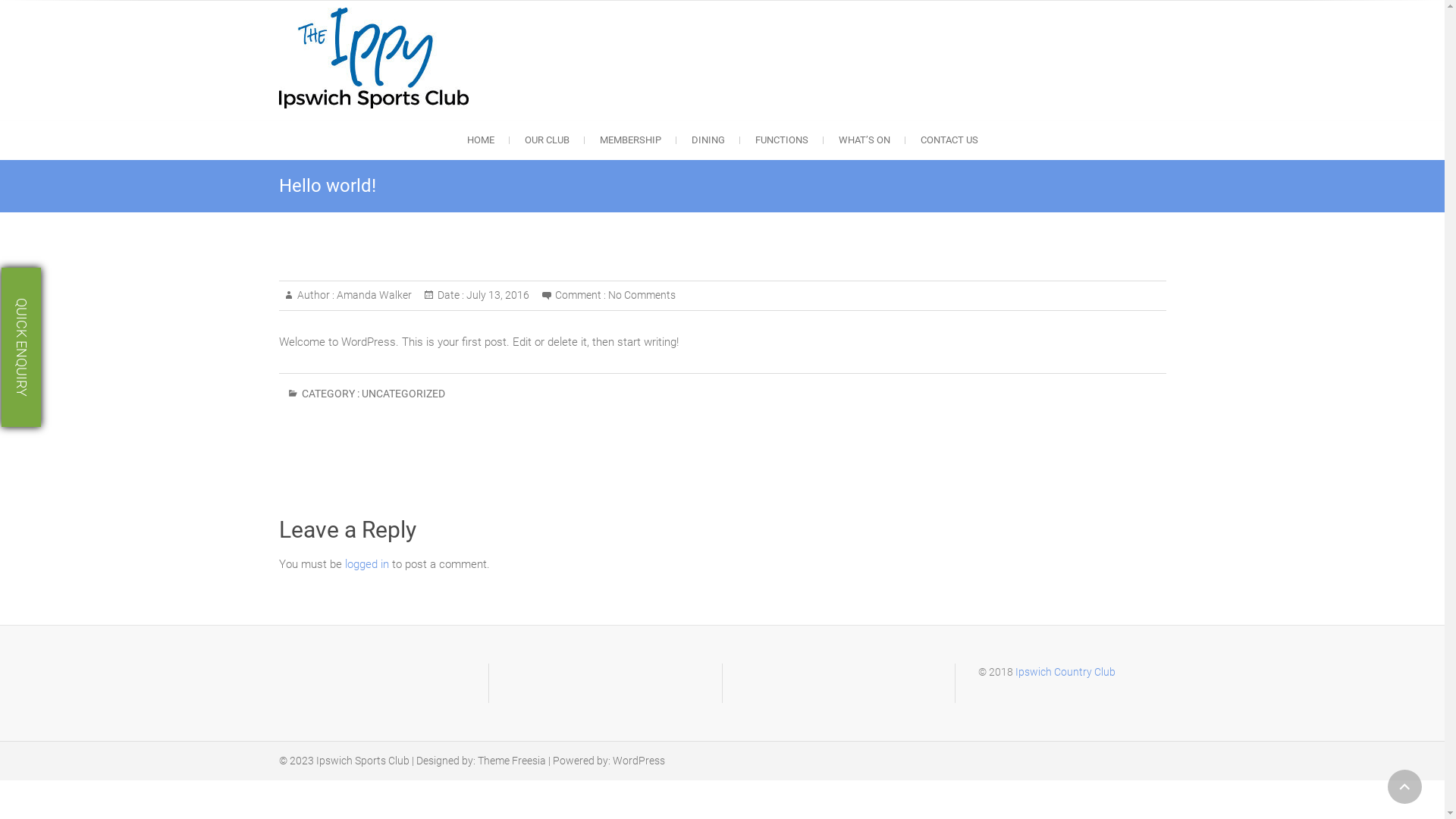 This screenshot has height=819, width=1456. Describe the element at coordinates (378, 57) in the screenshot. I see `'Ipswich Sports Club'` at that location.